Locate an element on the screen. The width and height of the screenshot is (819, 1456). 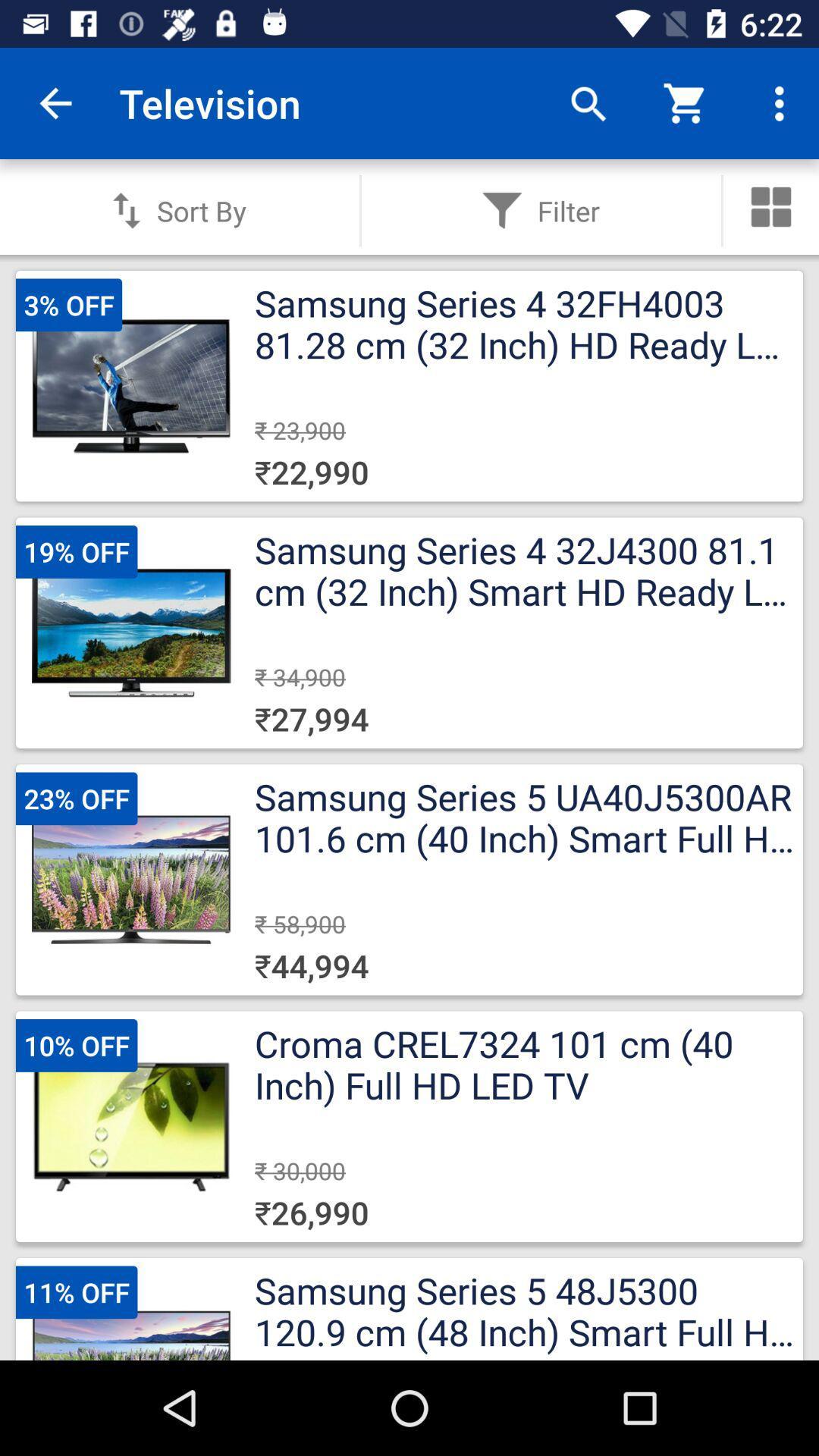
the dashboard icon is located at coordinates (771, 206).